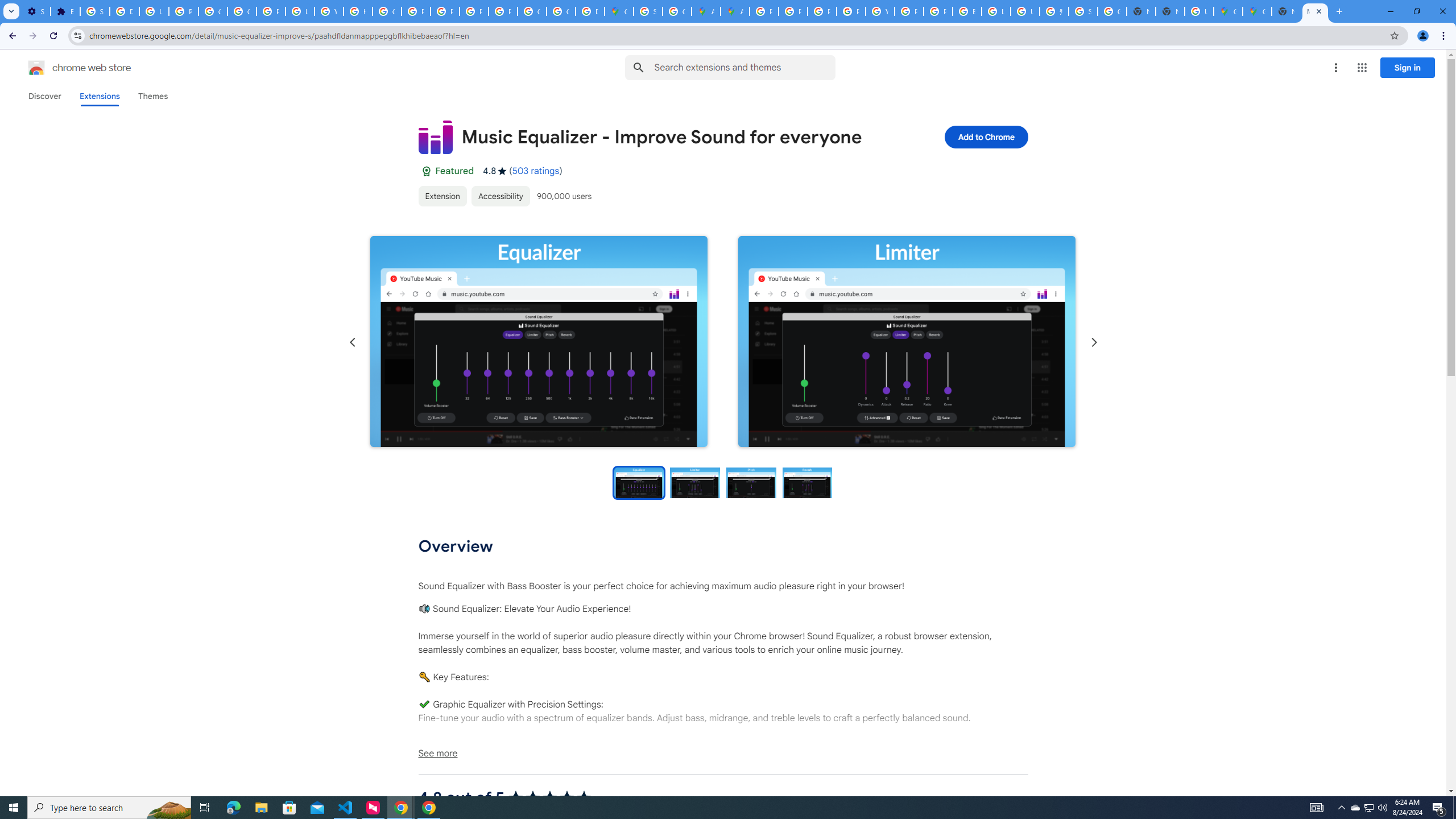 This screenshot has width=1456, height=819. Describe the element at coordinates (154, 11) in the screenshot. I see `'Learn how to find your photos - Google Photos Help'` at that location.